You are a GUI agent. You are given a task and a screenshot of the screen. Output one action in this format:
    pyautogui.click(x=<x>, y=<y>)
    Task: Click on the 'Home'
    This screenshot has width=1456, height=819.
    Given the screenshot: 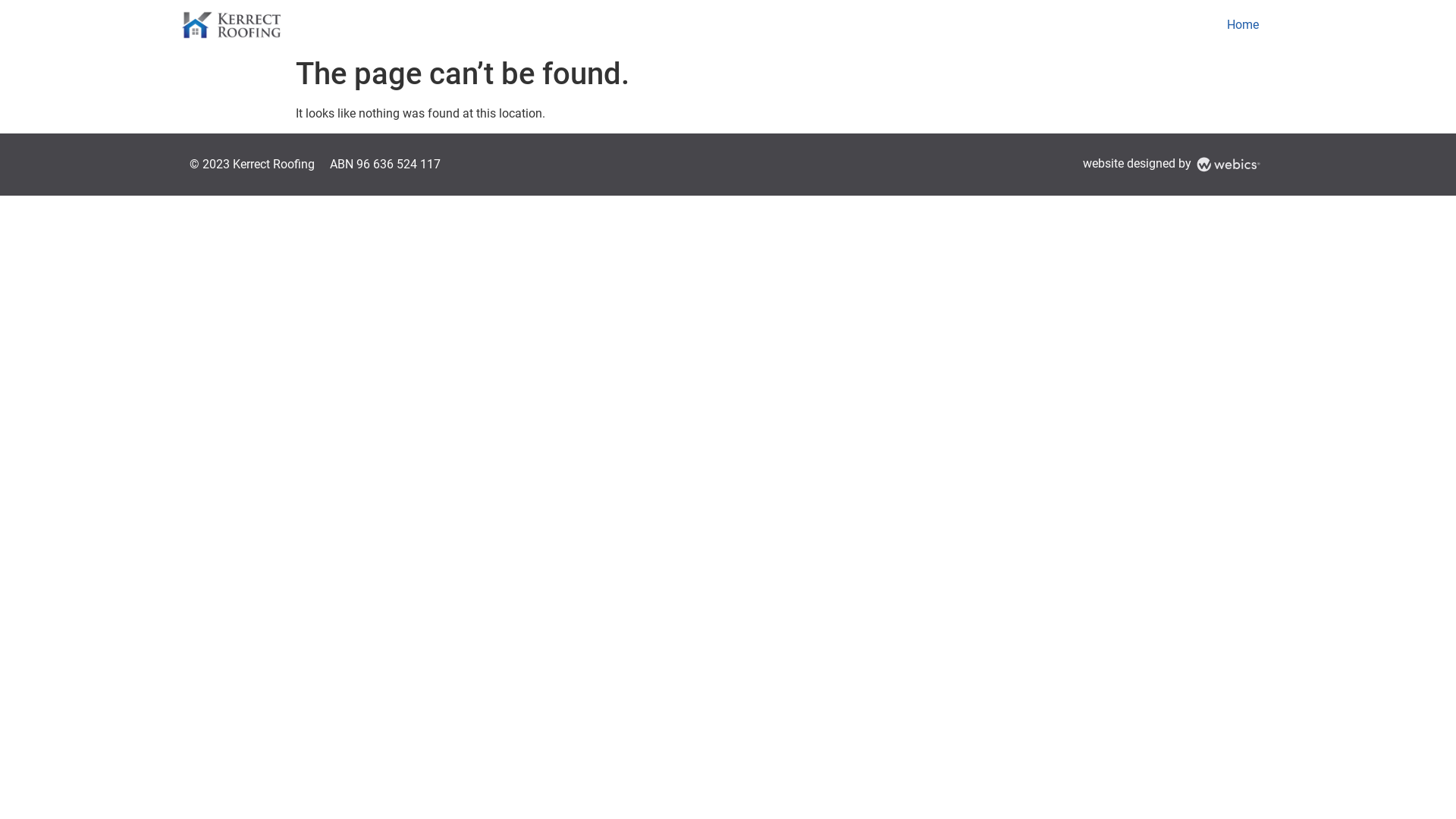 What is the action you would take?
    pyautogui.click(x=1242, y=25)
    